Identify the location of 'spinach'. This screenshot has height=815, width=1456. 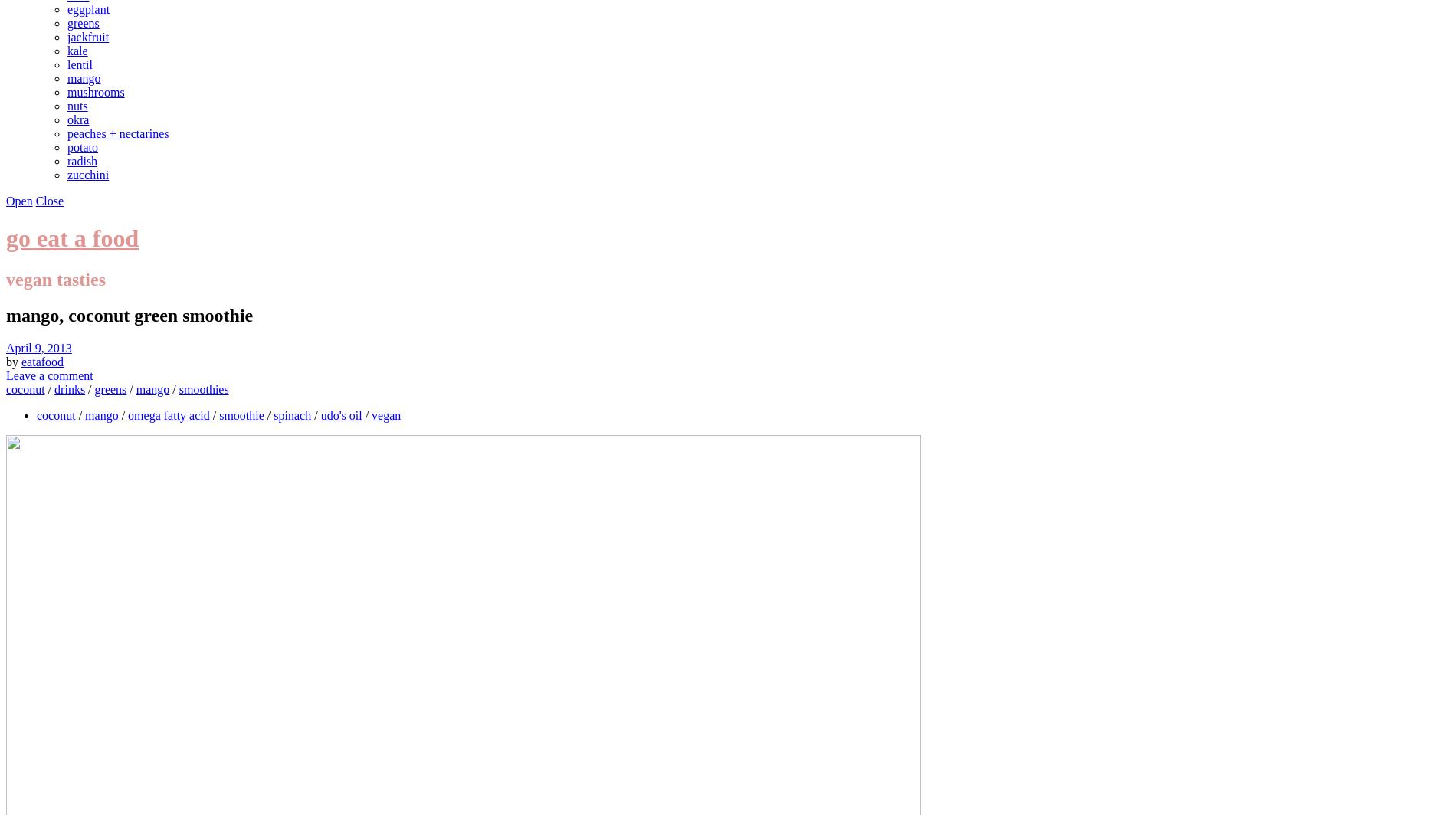
(291, 414).